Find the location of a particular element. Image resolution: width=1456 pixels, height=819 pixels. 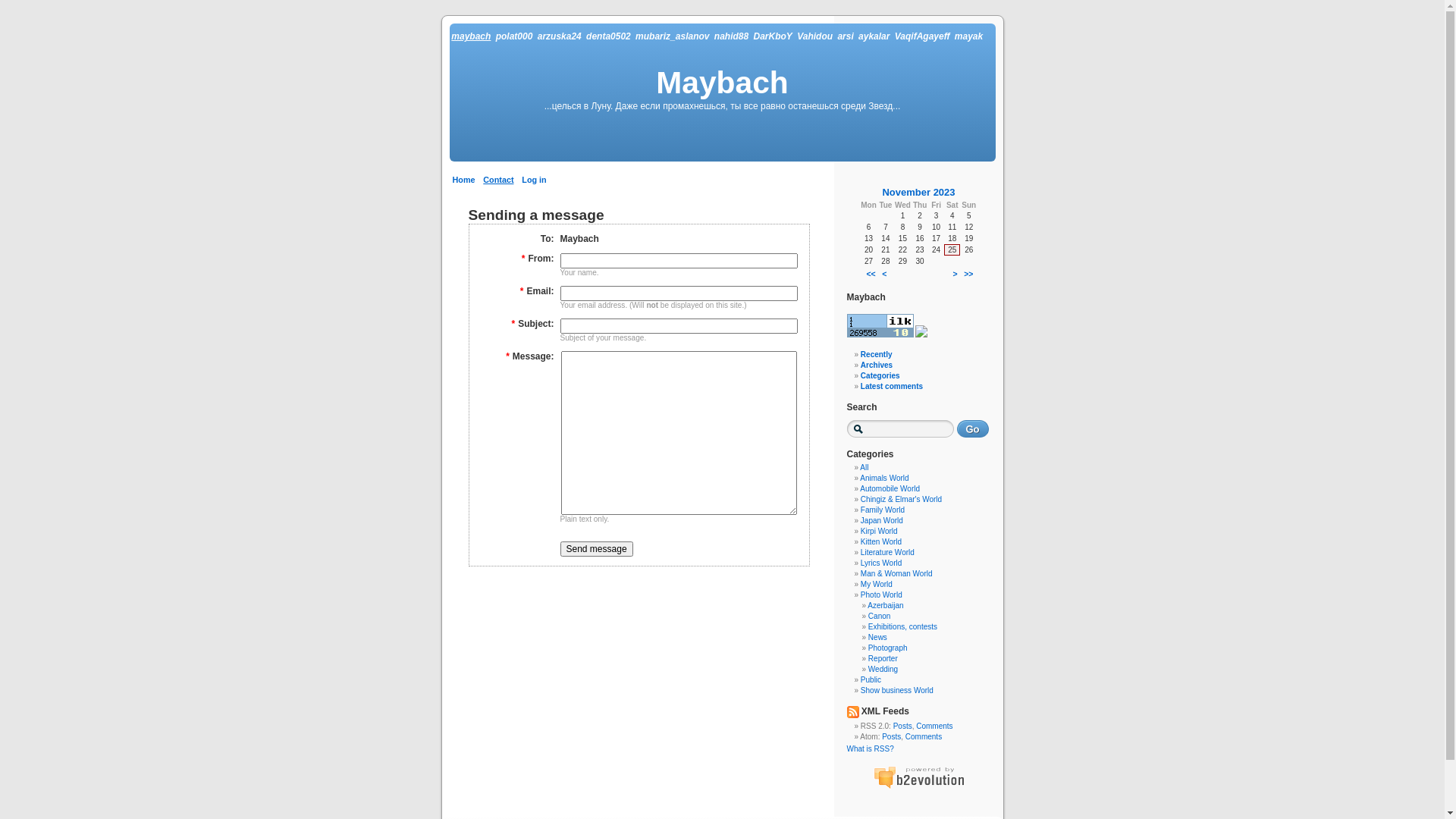

'Maybach' is located at coordinates (721, 82).